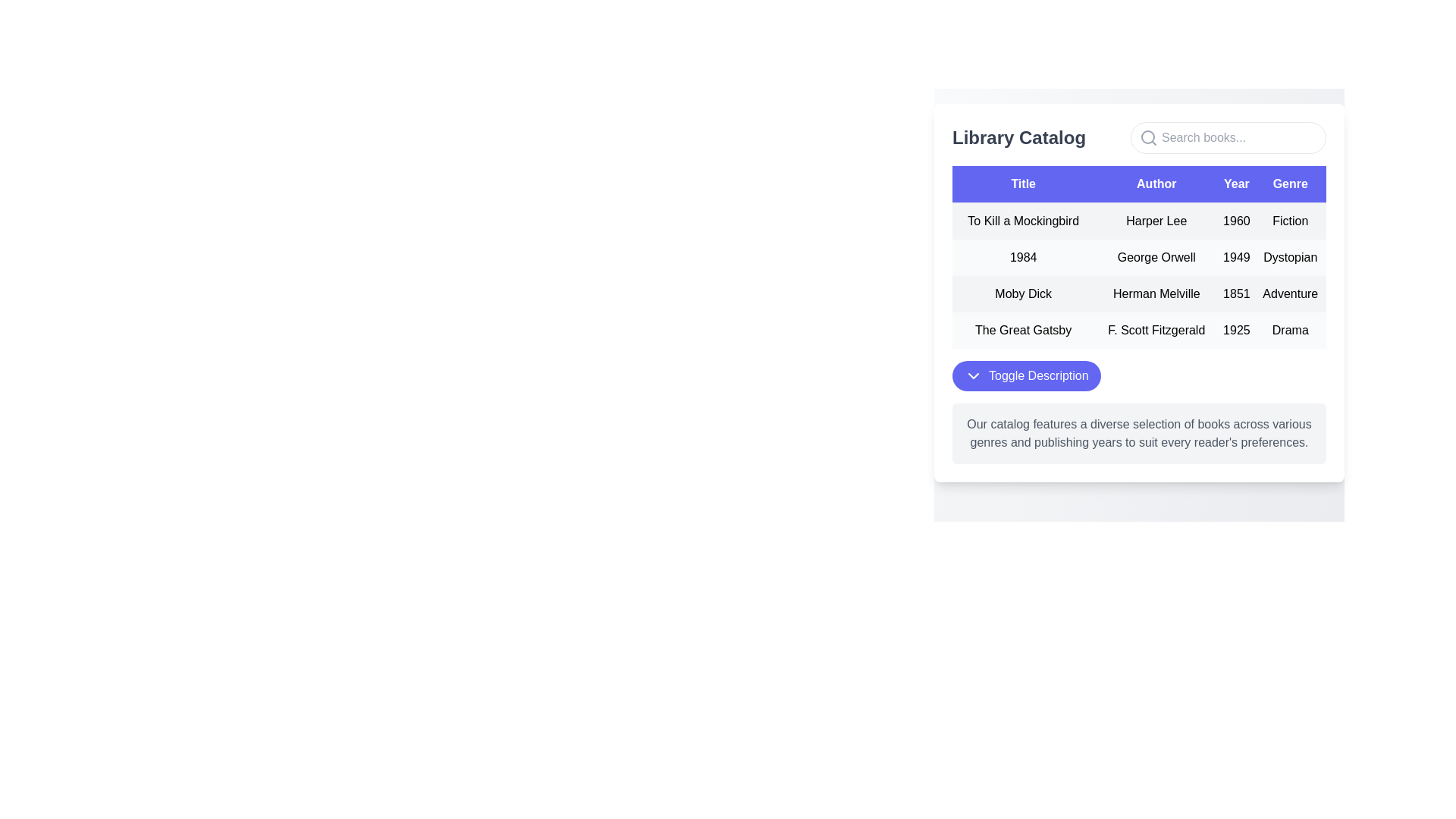 The width and height of the screenshot is (1456, 819). Describe the element at coordinates (1156, 184) in the screenshot. I see `the 'Author' table header which is styled with a blue background and white text, located in the second column of the header row` at that location.